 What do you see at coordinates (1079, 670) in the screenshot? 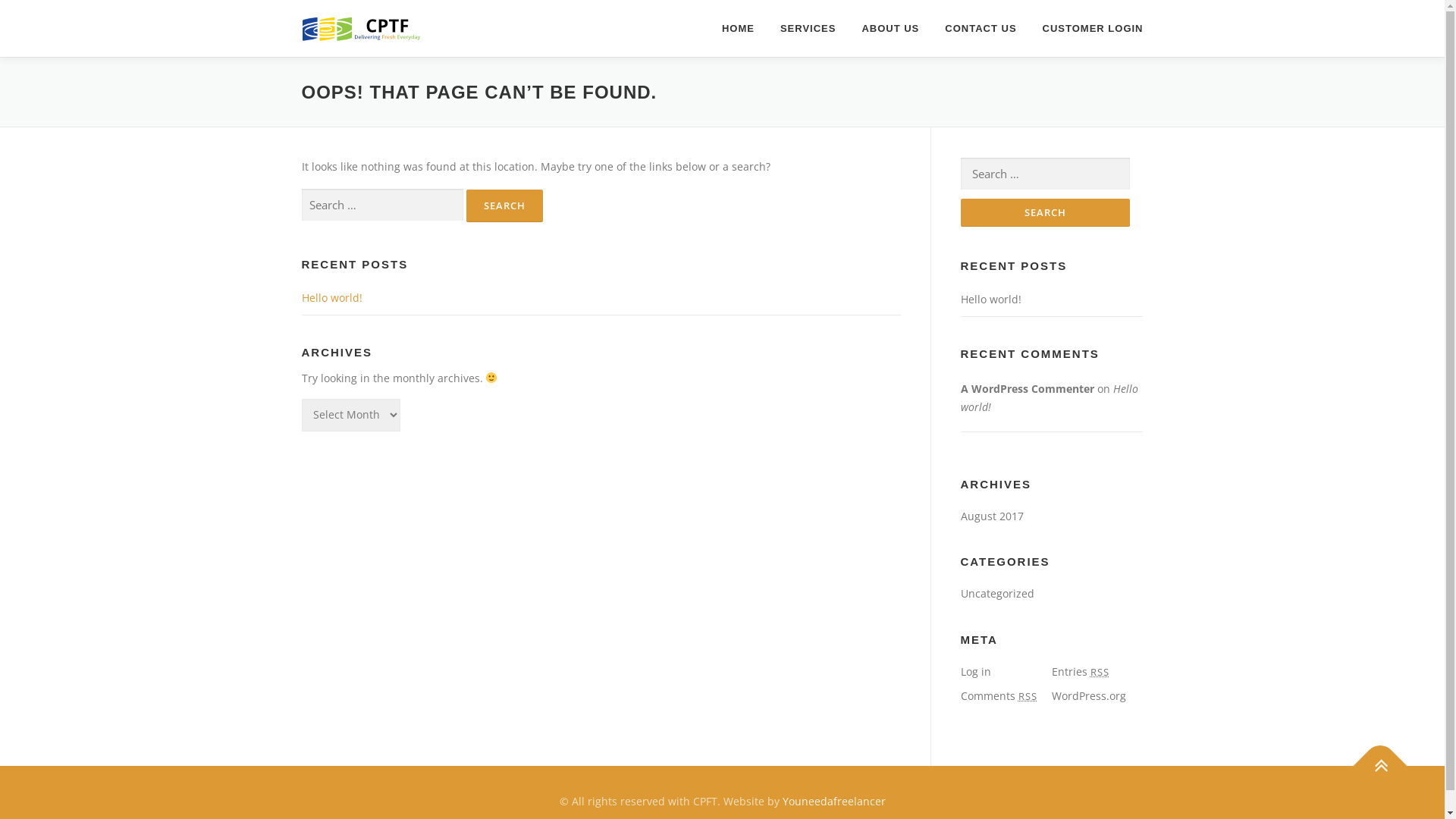
I see `'Entries RSS'` at bounding box center [1079, 670].